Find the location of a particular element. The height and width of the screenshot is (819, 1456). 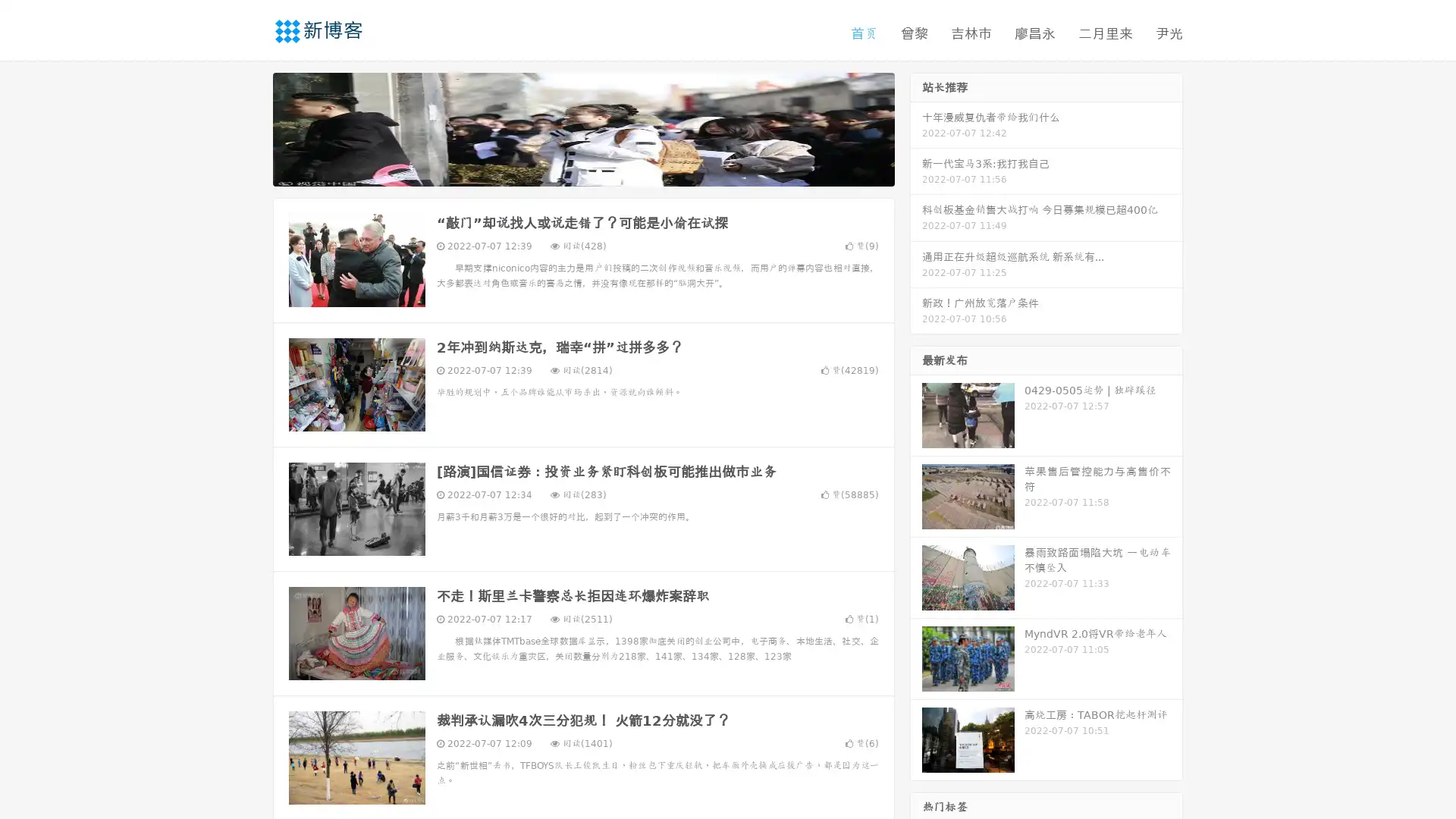

Go to slide 3 is located at coordinates (598, 171).